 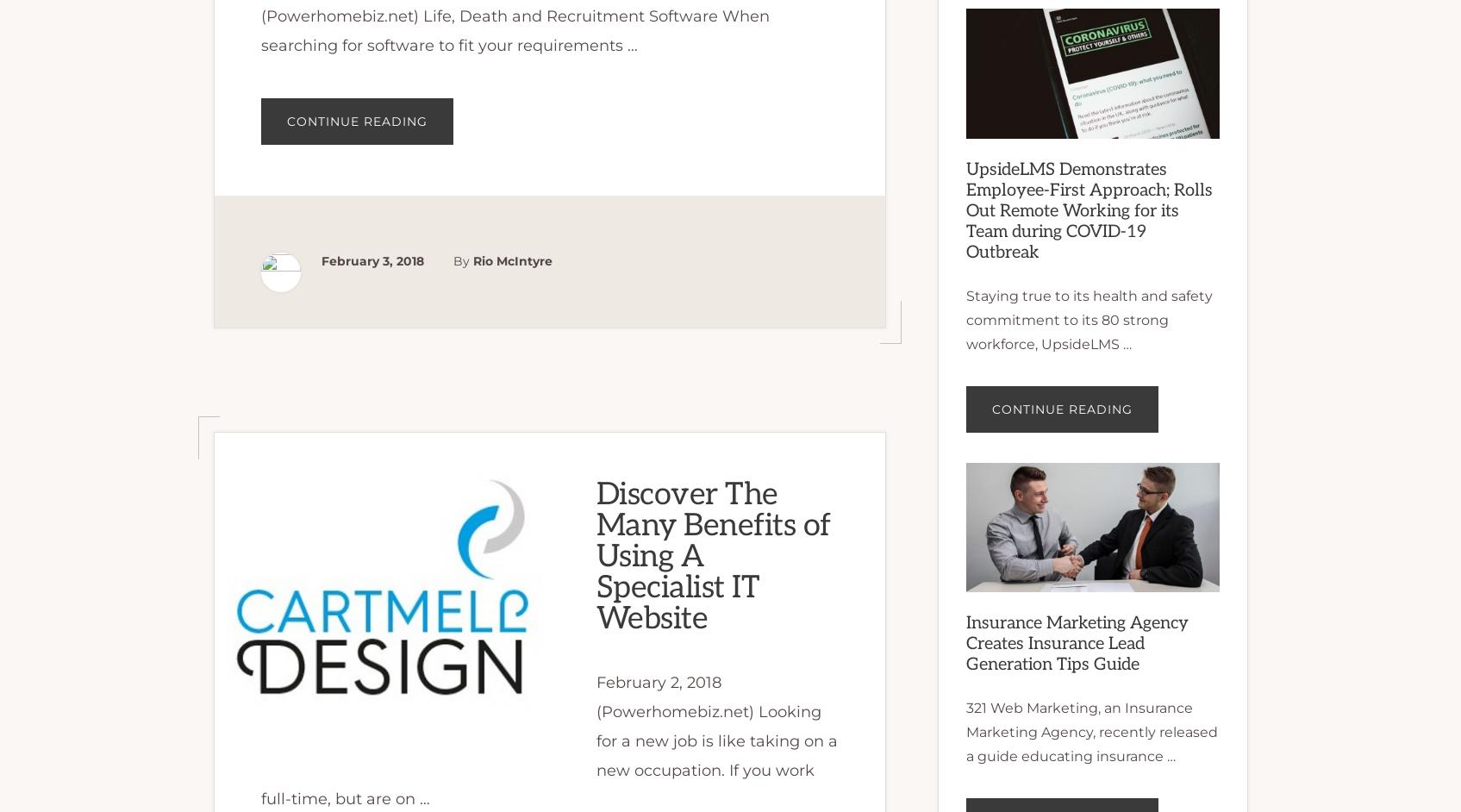 What do you see at coordinates (965, 641) in the screenshot?
I see `'Insurance Marketing Agency Creates Insurance Lead Generation Tips Guide'` at bounding box center [965, 641].